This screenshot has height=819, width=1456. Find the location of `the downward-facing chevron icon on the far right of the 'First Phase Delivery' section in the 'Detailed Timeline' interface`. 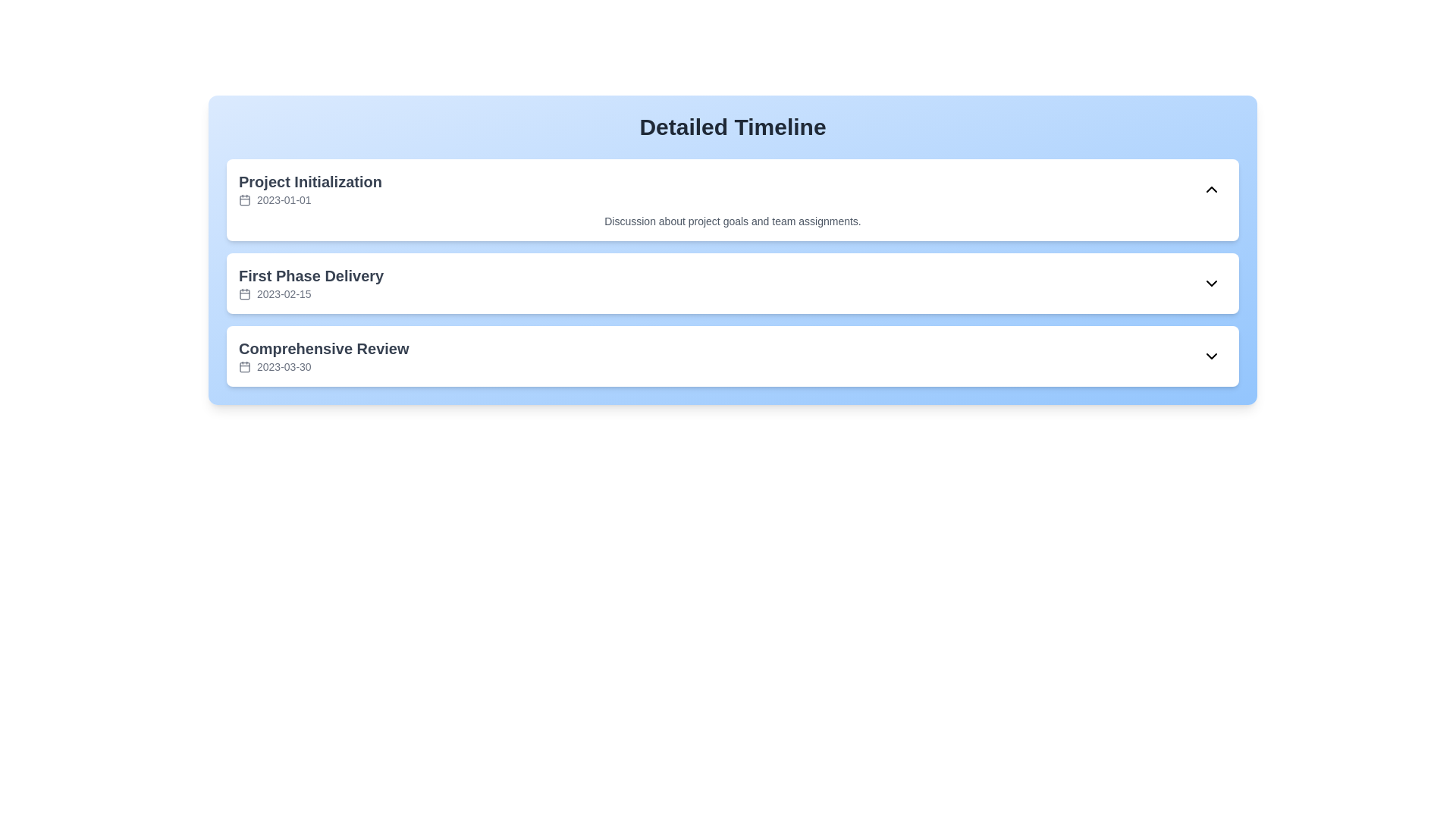

the downward-facing chevron icon on the far right of the 'First Phase Delivery' section in the 'Detailed Timeline' interface is located at coordinates (1211, 284).